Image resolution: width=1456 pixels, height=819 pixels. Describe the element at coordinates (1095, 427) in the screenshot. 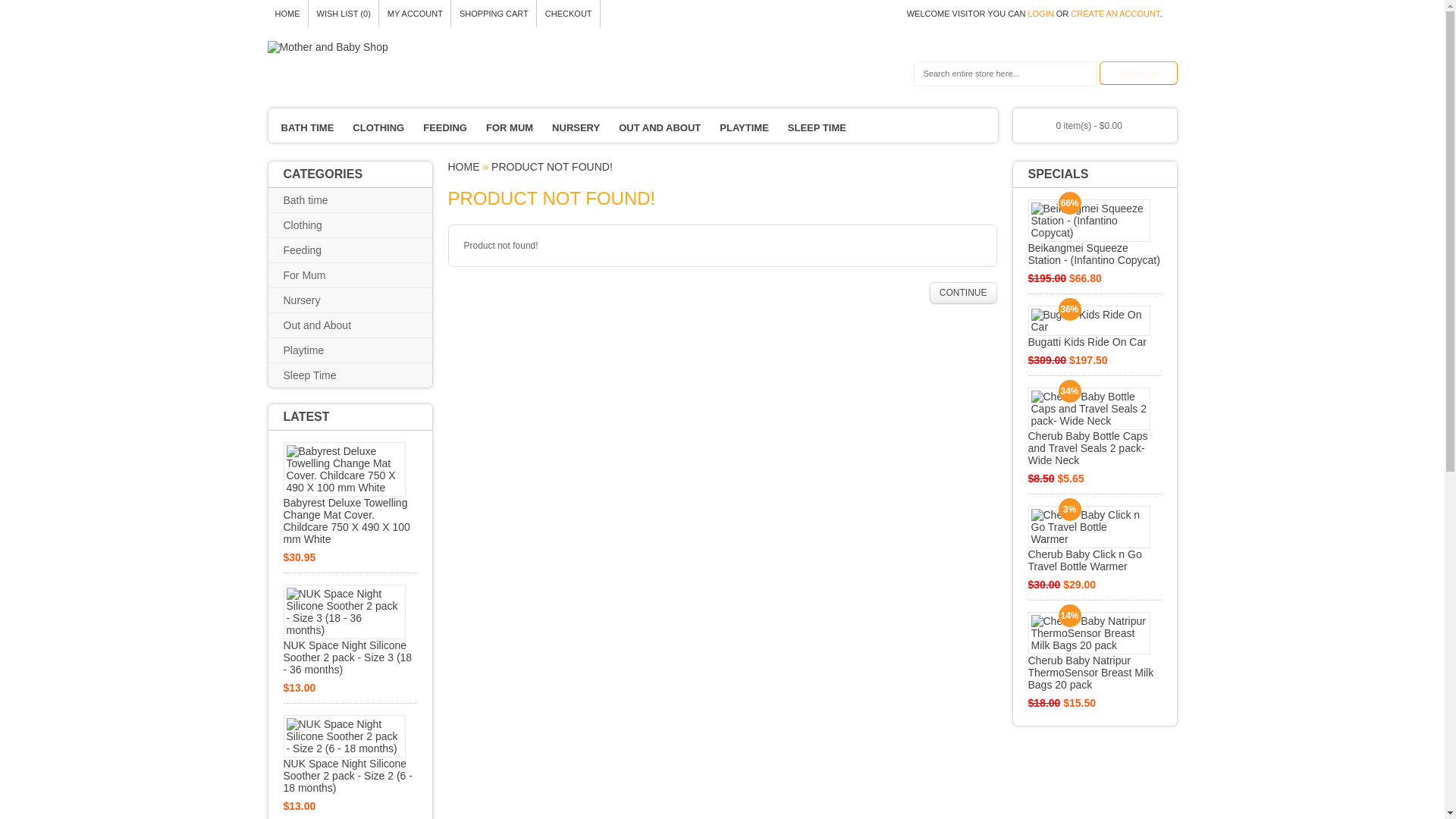

I see `'Cherub Baby Bottle Caps and Travel Seals 2 pack- Wide Neck'` at that location.